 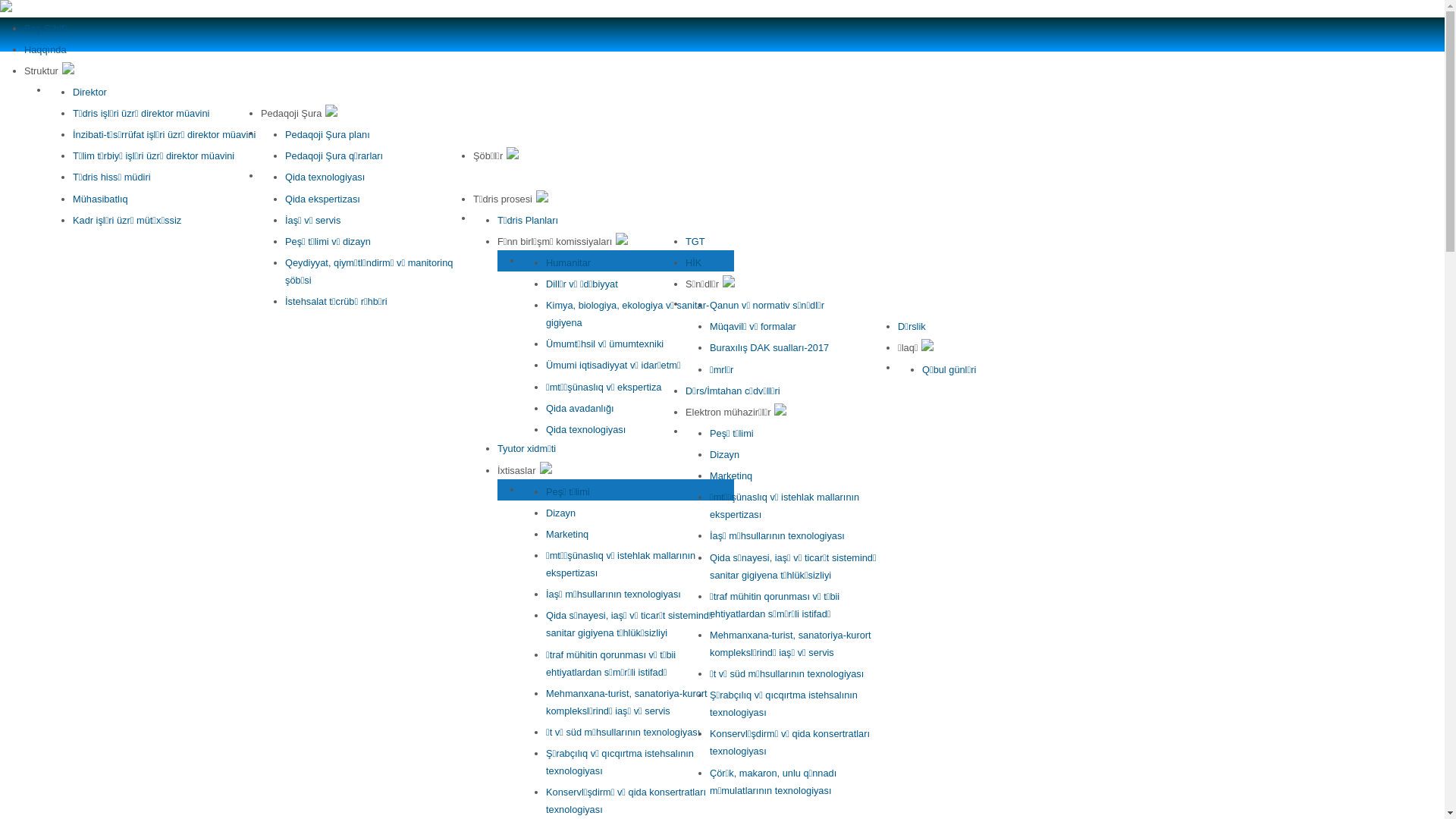 I want to click on 'TGT', so click(x=694, y=240).